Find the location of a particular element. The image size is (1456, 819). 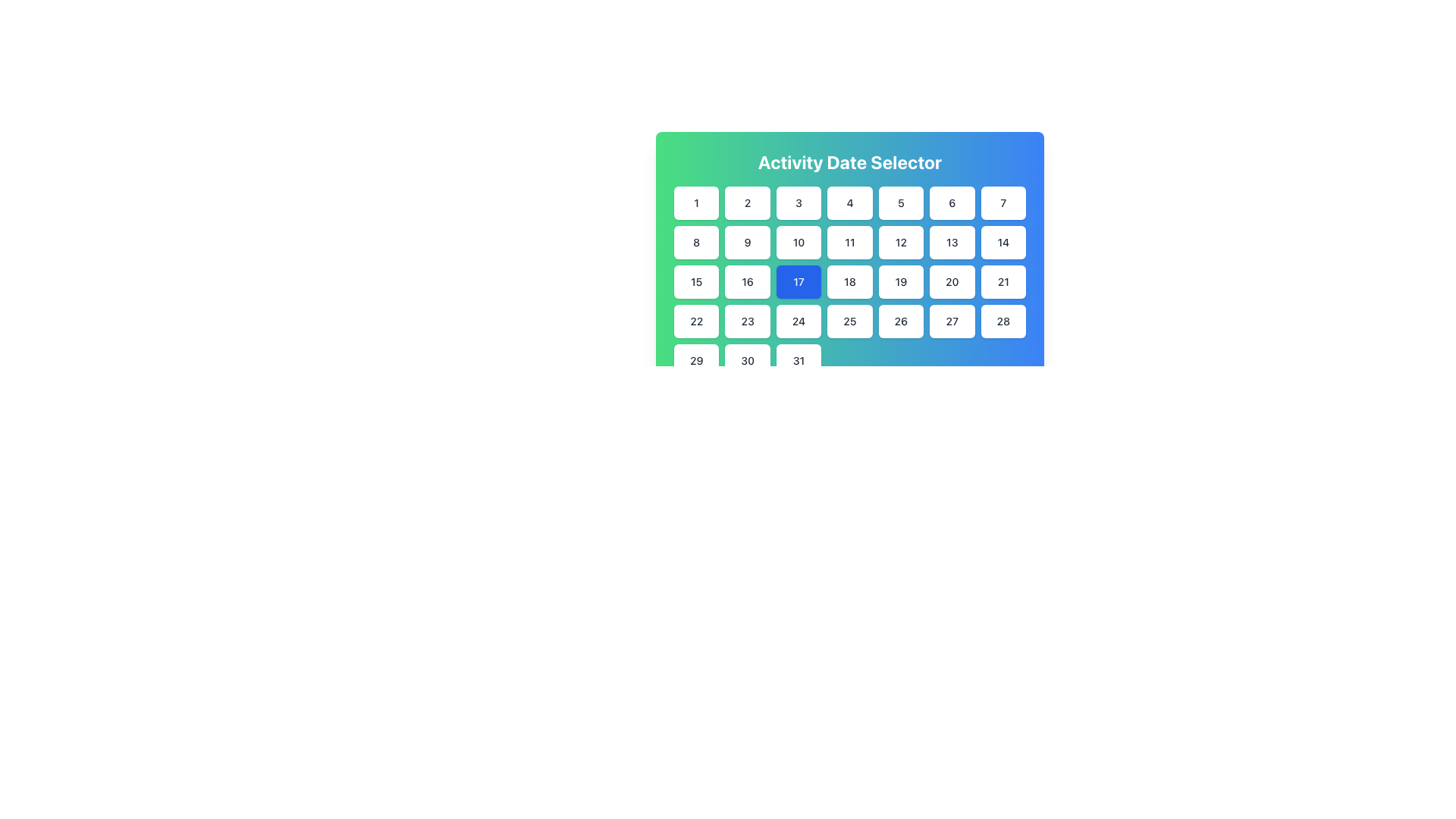

the date selector button for the 28th day in the calendar interface is located at coordinates (1003, 321).